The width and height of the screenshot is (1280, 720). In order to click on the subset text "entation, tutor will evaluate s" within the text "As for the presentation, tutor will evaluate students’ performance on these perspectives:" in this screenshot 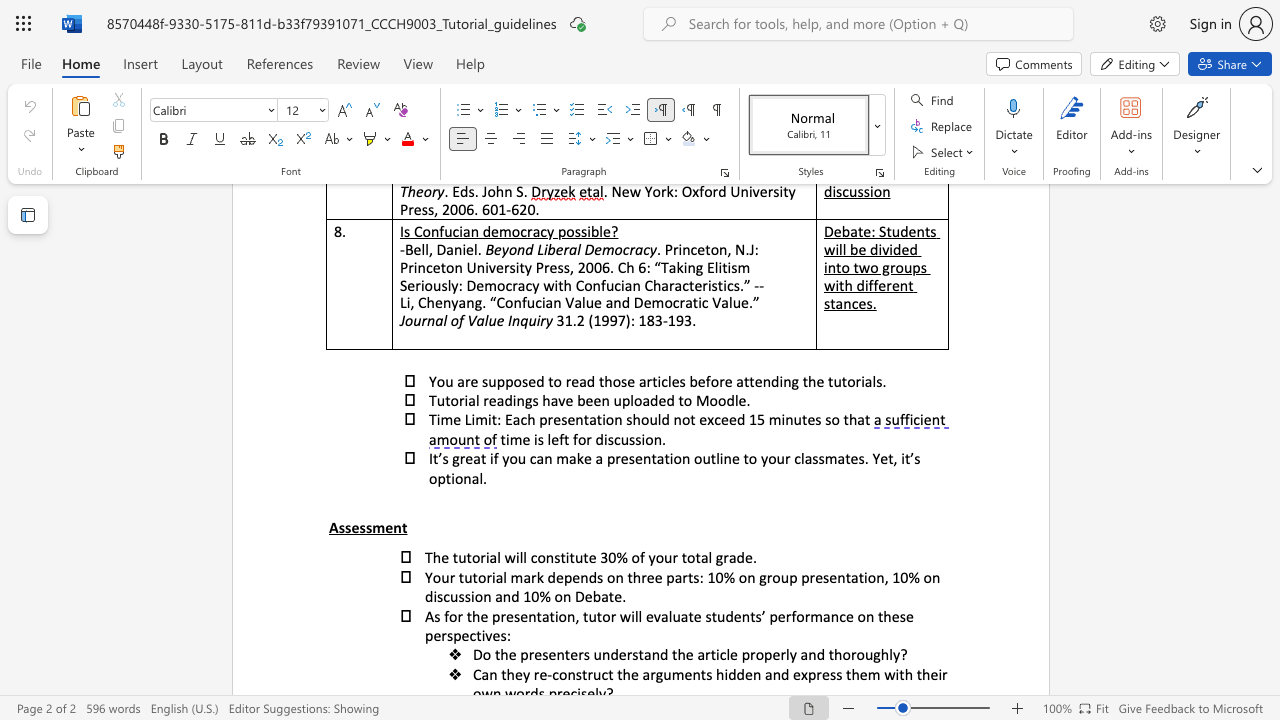, I will do `click(520, 615)`.